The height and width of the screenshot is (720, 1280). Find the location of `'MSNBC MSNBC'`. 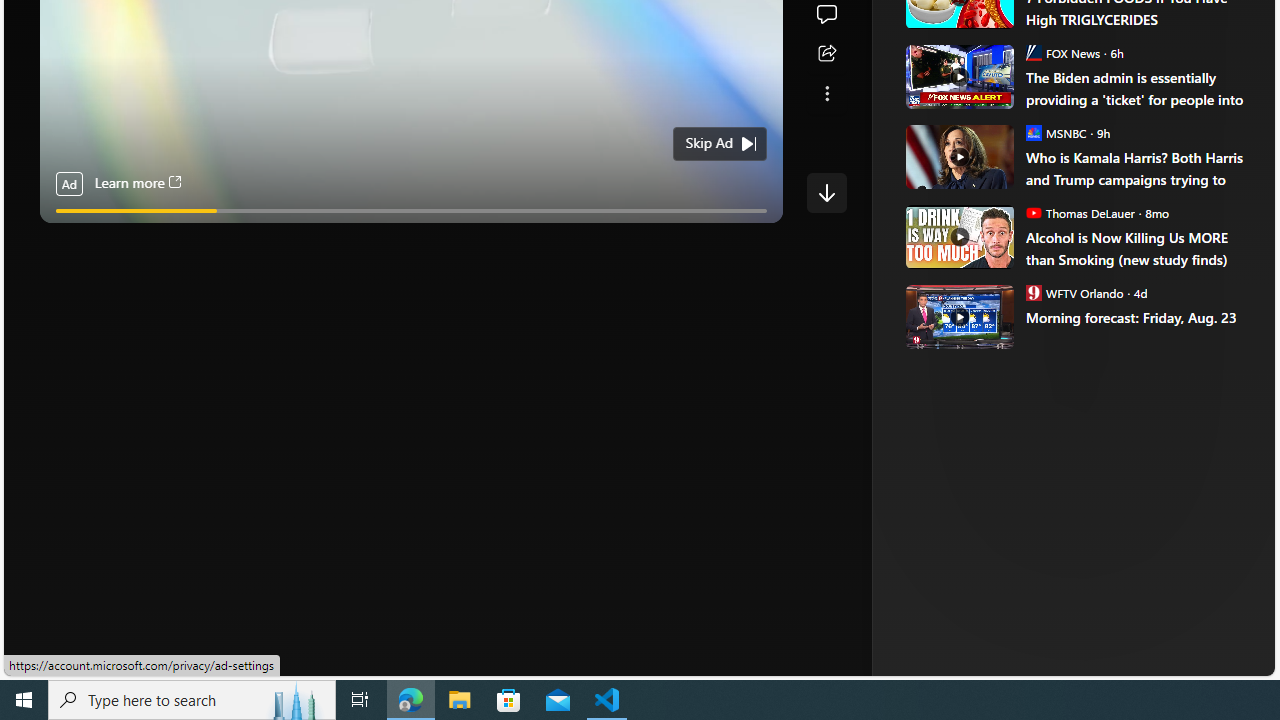

'MSNBC MSNBC' is located at coordinates (1055, 132).